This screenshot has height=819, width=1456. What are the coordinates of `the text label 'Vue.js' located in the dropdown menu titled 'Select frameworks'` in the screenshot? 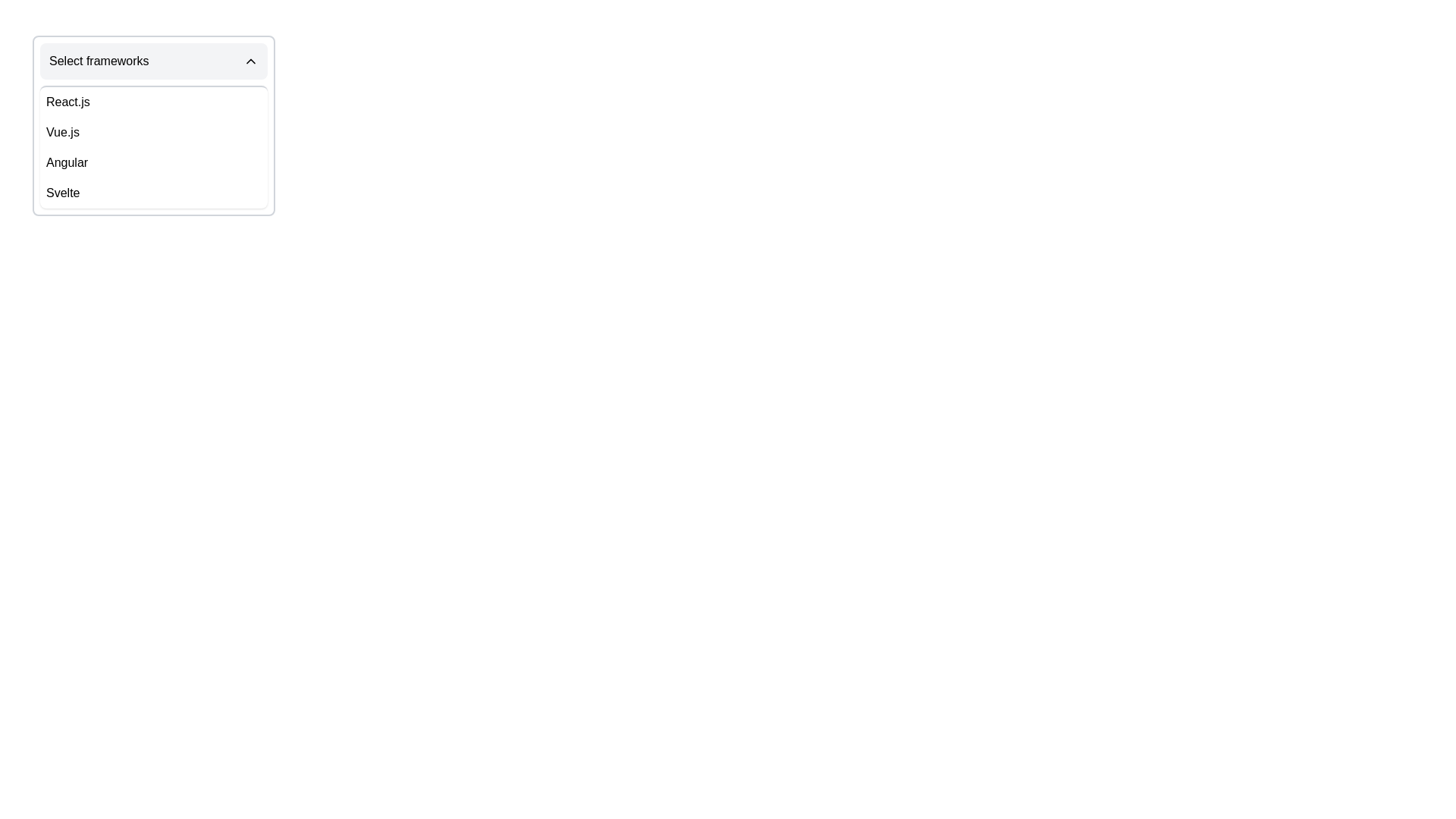 It's located at (61, 131).